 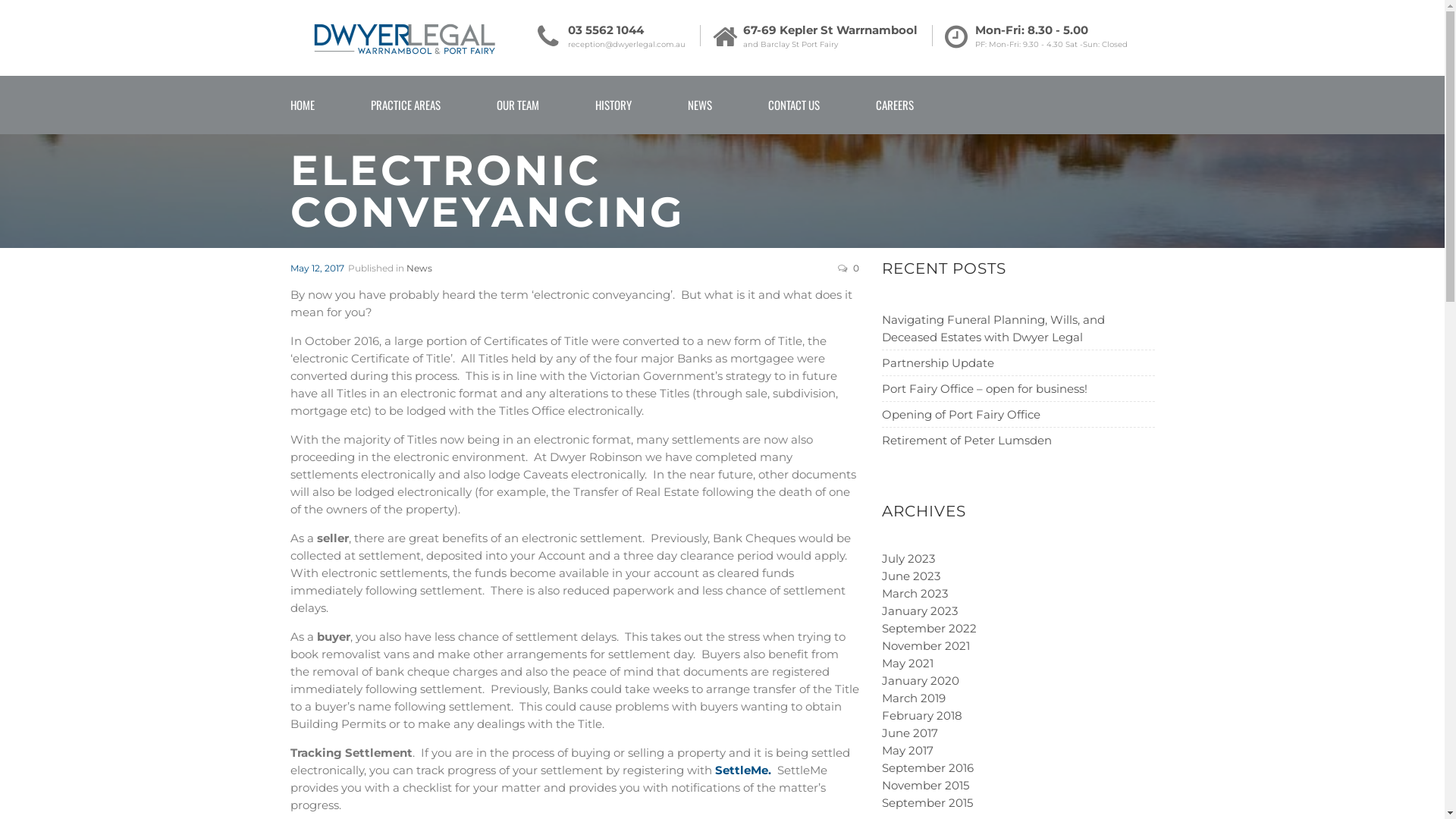 I want to click on 'January 2020', so click(x=919, y=679).